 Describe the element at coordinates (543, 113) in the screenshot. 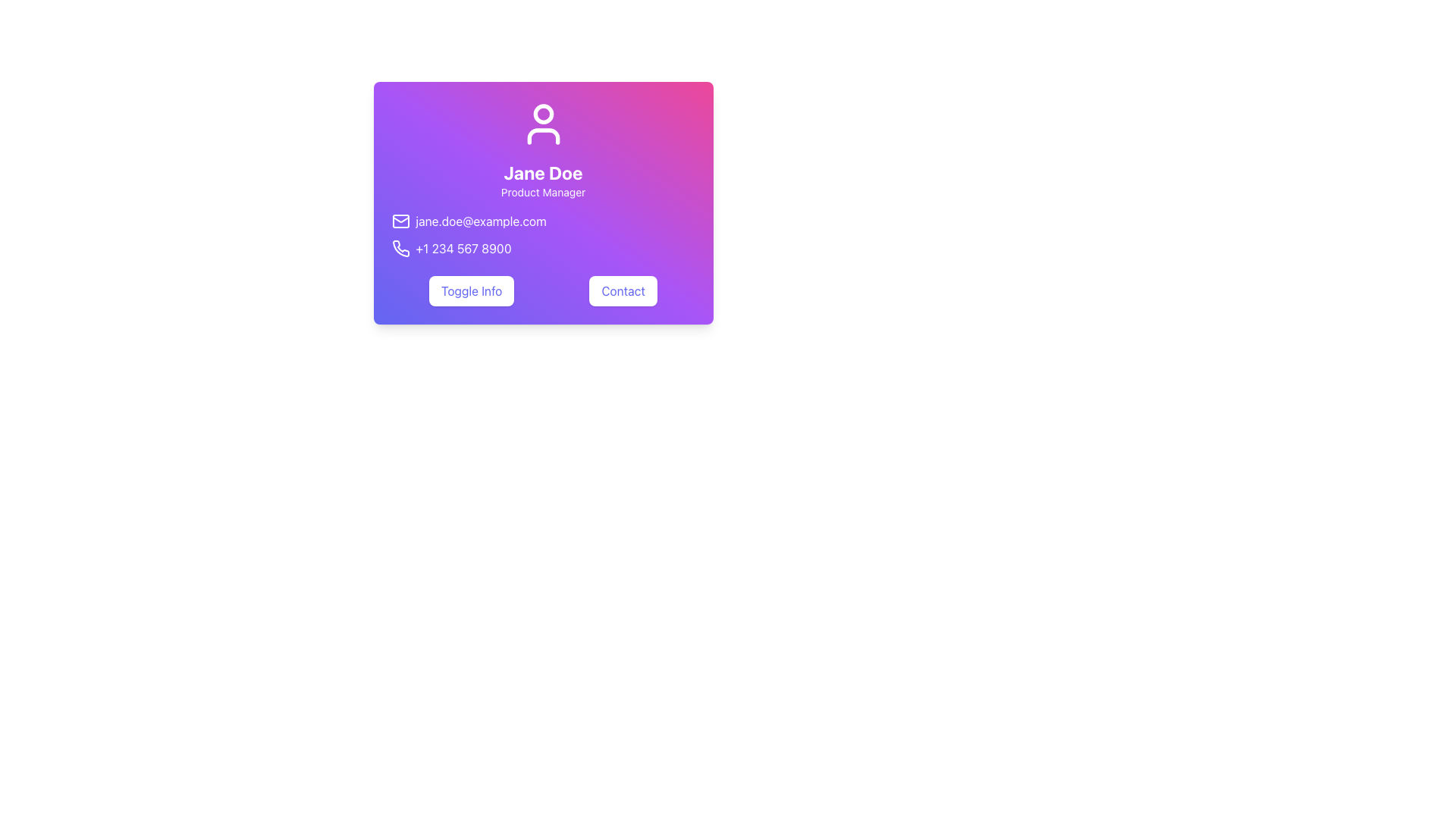

I see `the Circle SVG element that represents the user's head in the user icon, positioned at the top of the card near the center` at that location.